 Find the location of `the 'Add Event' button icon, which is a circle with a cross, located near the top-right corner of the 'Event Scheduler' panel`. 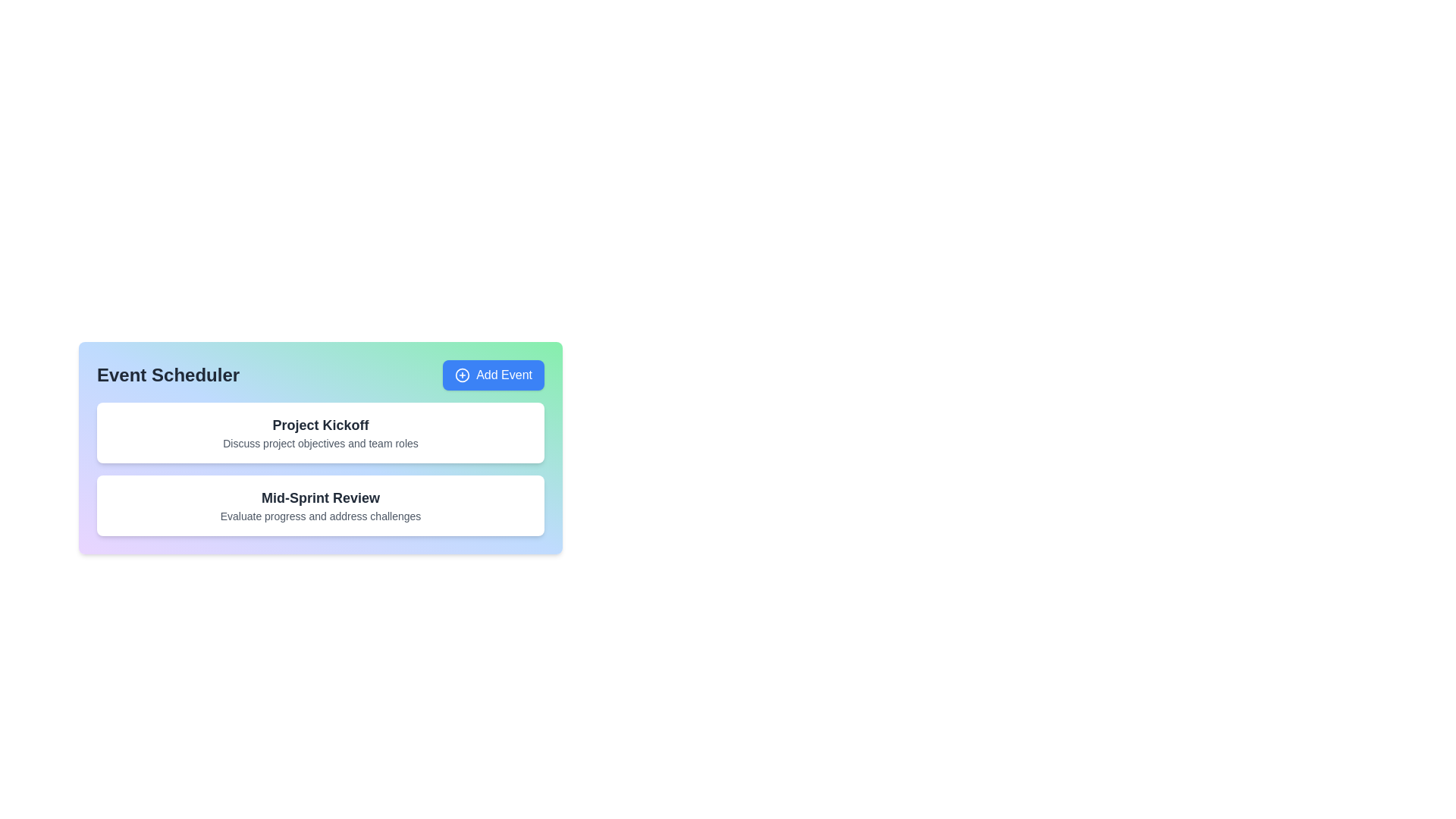

the 'Add Event' button icon, which is a circle with a cross, located near the top-right corner of the 'Event Scheduler' panel is located at coordinates (462, 375).